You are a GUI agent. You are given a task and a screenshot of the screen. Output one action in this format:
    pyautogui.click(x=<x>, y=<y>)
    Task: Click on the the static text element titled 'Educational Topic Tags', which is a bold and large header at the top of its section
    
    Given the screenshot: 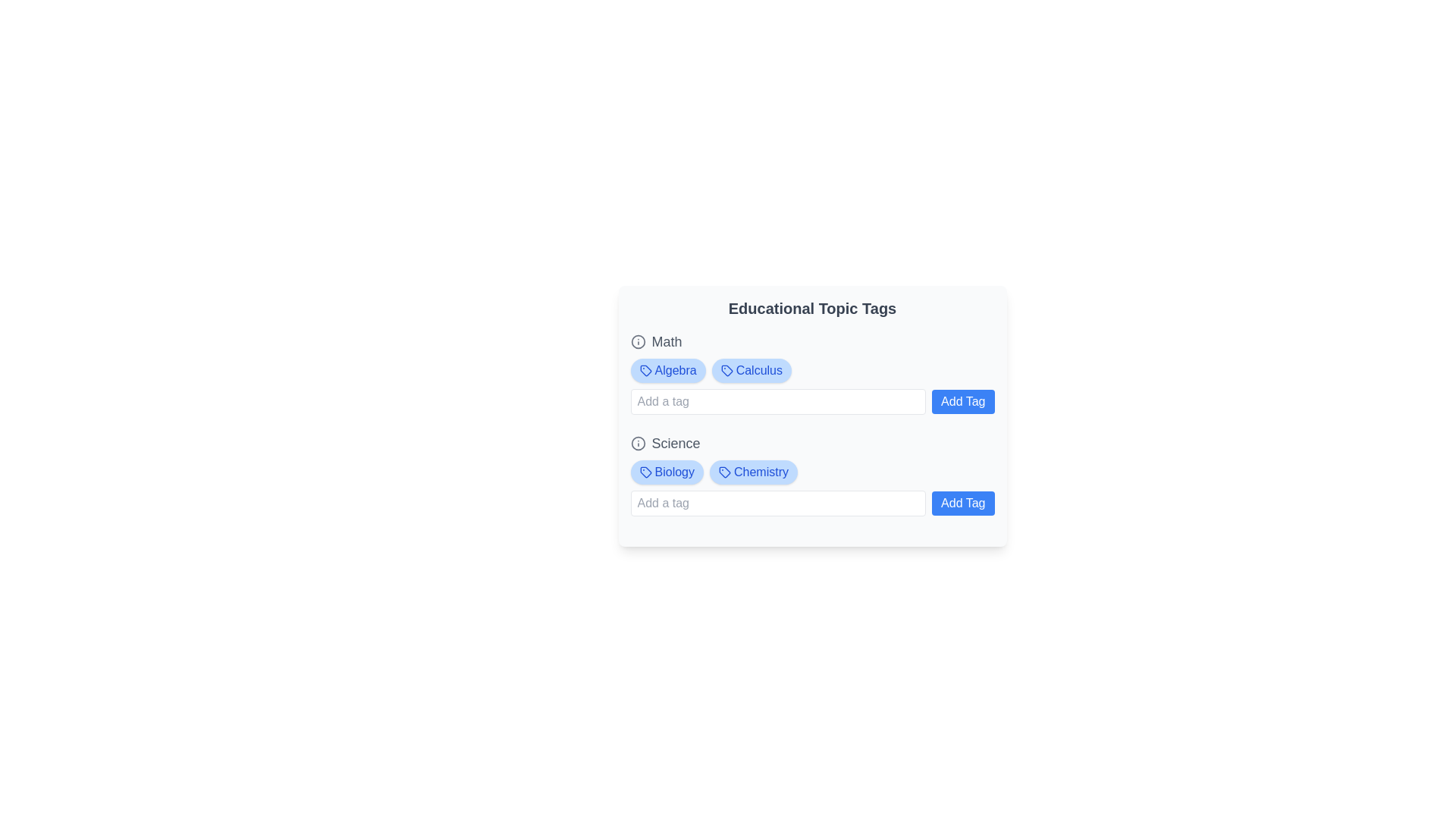 What is the action you would take?
    pyautogui.click(x=811, y=308)
    